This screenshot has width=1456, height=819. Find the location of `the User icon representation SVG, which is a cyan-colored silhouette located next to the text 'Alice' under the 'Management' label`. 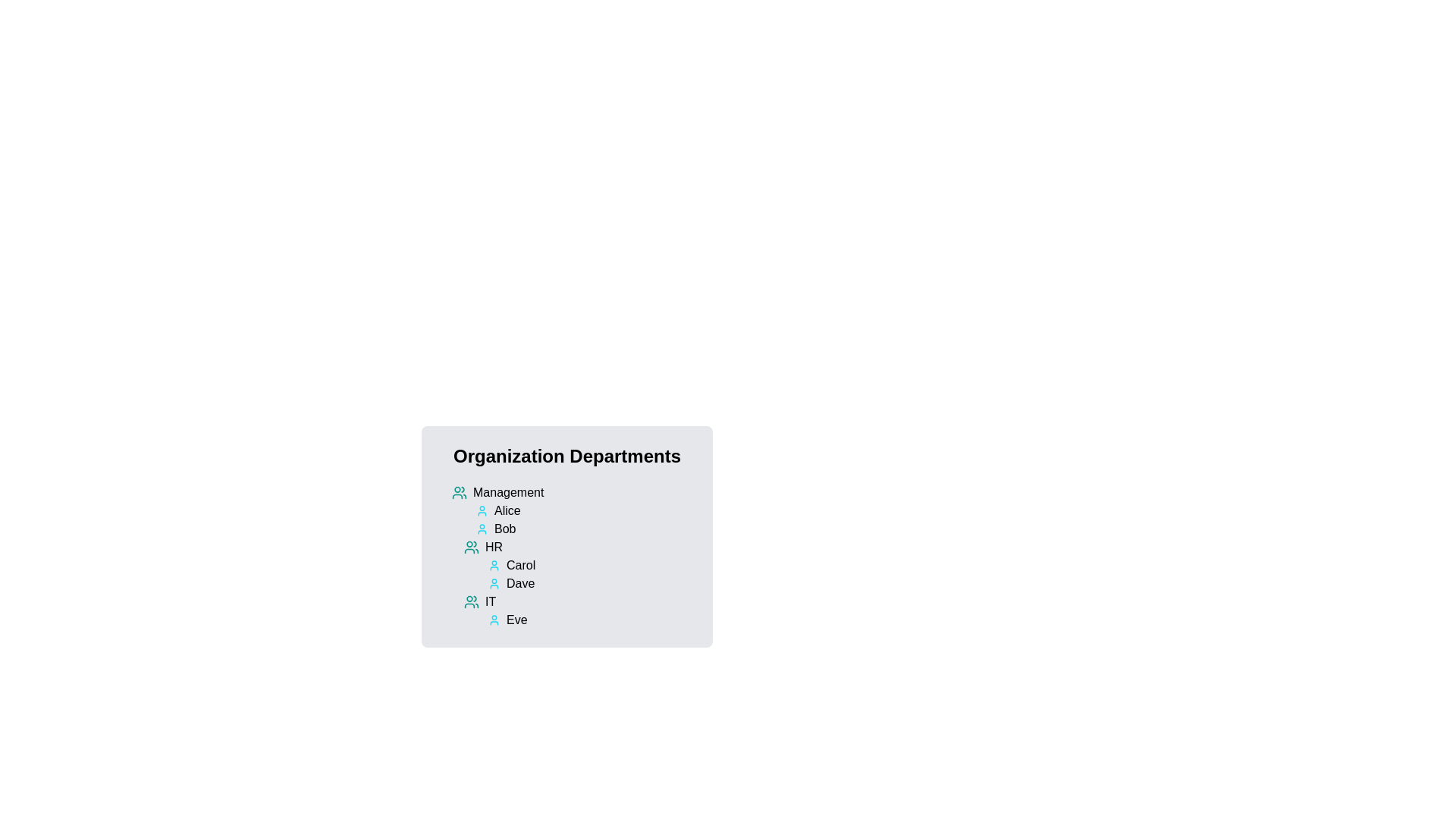

the User icon representation SVG, which is a cyan-colored silhouette located next to the text 'Alice' under the 'Management' label is located at coordinates (481, 511).